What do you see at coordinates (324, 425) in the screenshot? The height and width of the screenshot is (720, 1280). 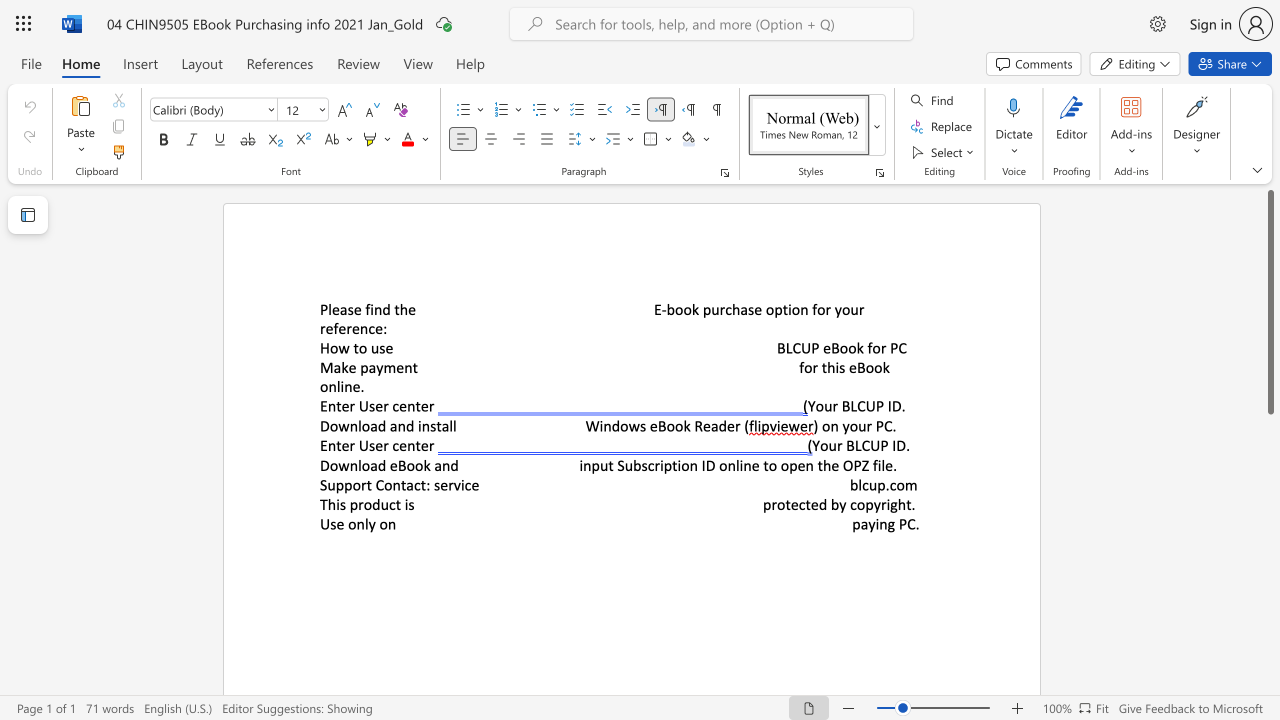 I see `the 1th character "D" in the text` at bounding box center [324, 425].